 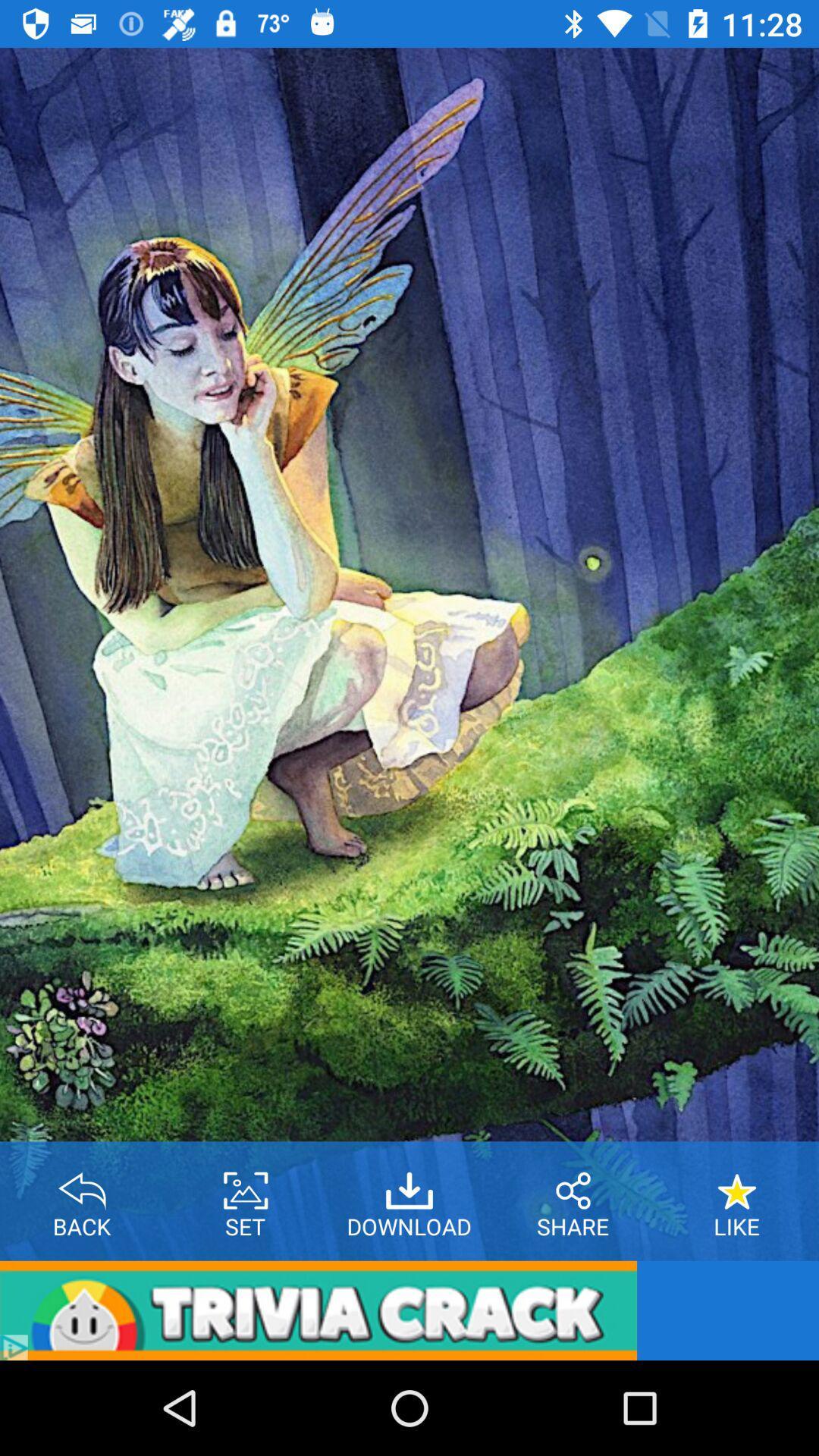 I want to click on advertisement image, so click(x=318, y=1310).